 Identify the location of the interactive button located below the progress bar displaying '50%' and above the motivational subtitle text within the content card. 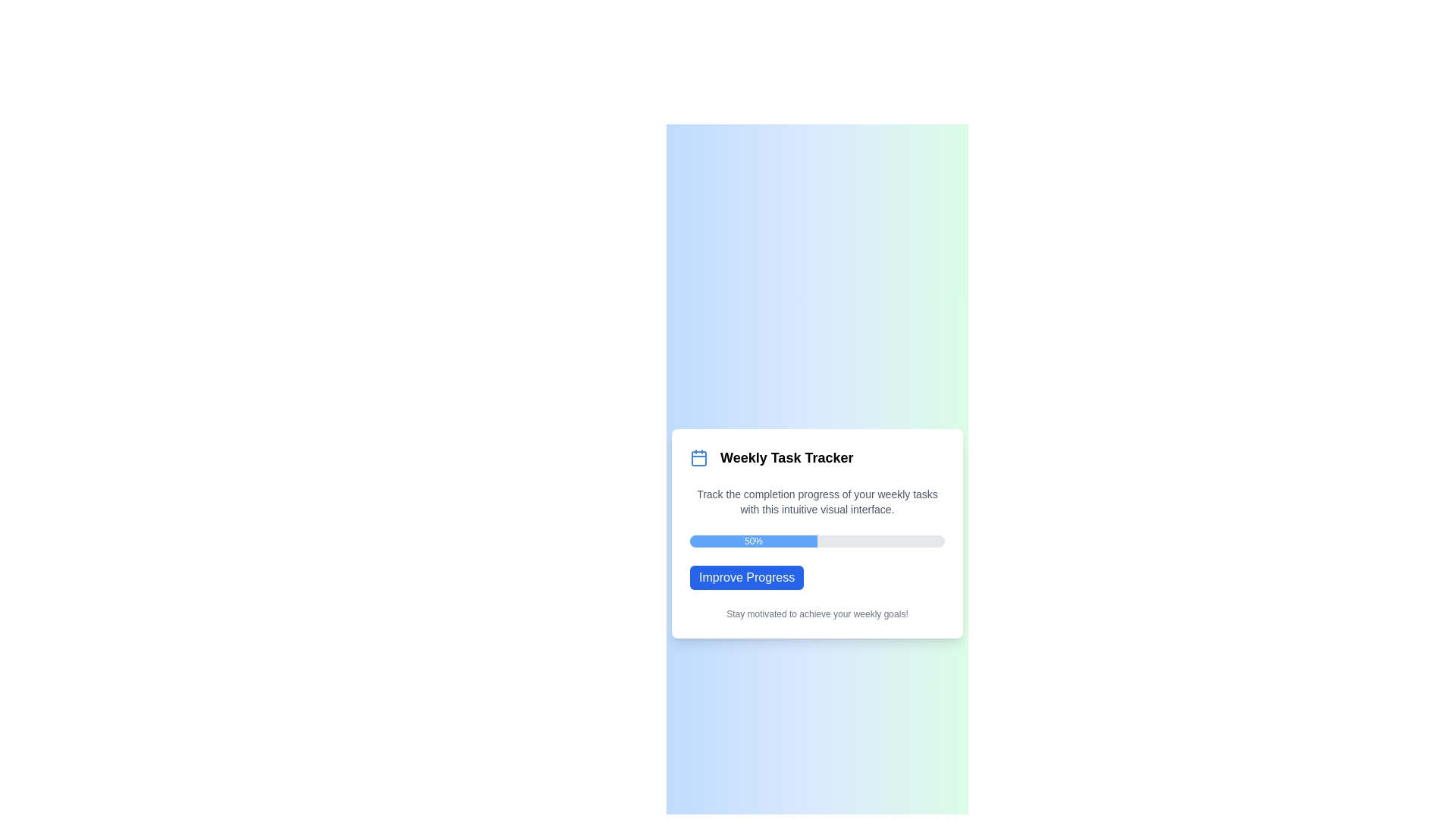
(747, 578).